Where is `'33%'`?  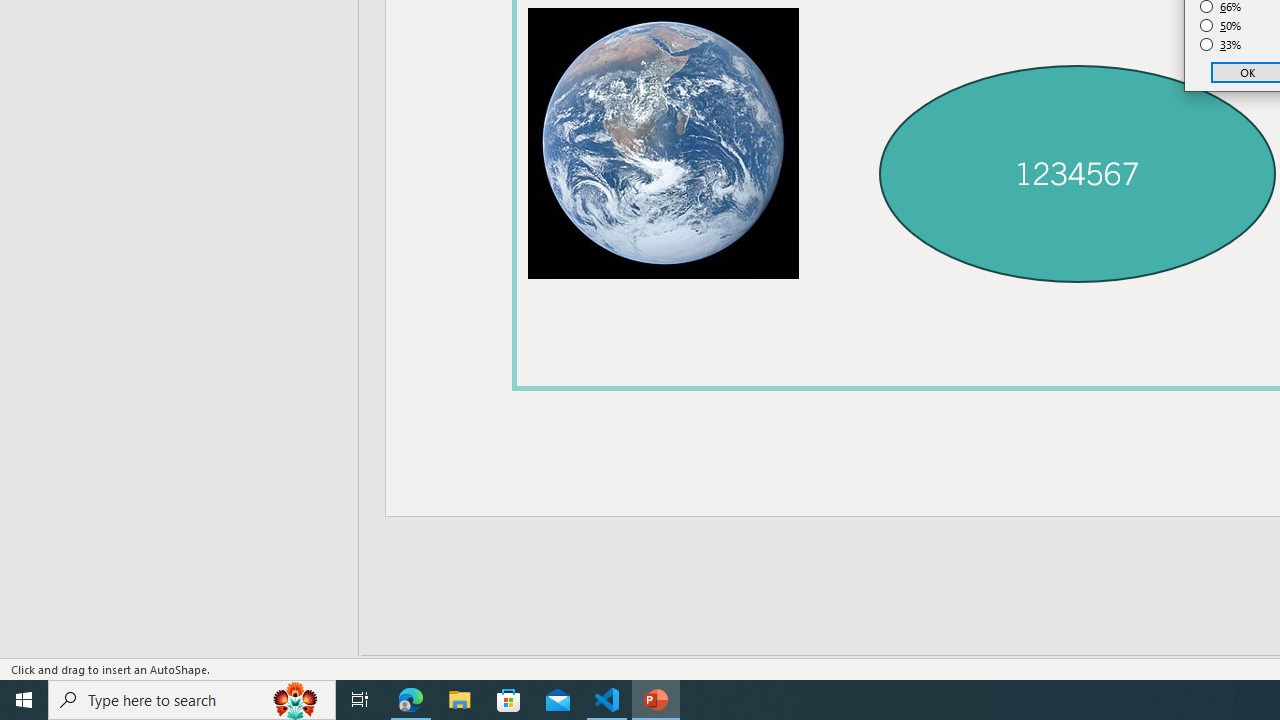
'33%' is located at coordinates (1220, 45).